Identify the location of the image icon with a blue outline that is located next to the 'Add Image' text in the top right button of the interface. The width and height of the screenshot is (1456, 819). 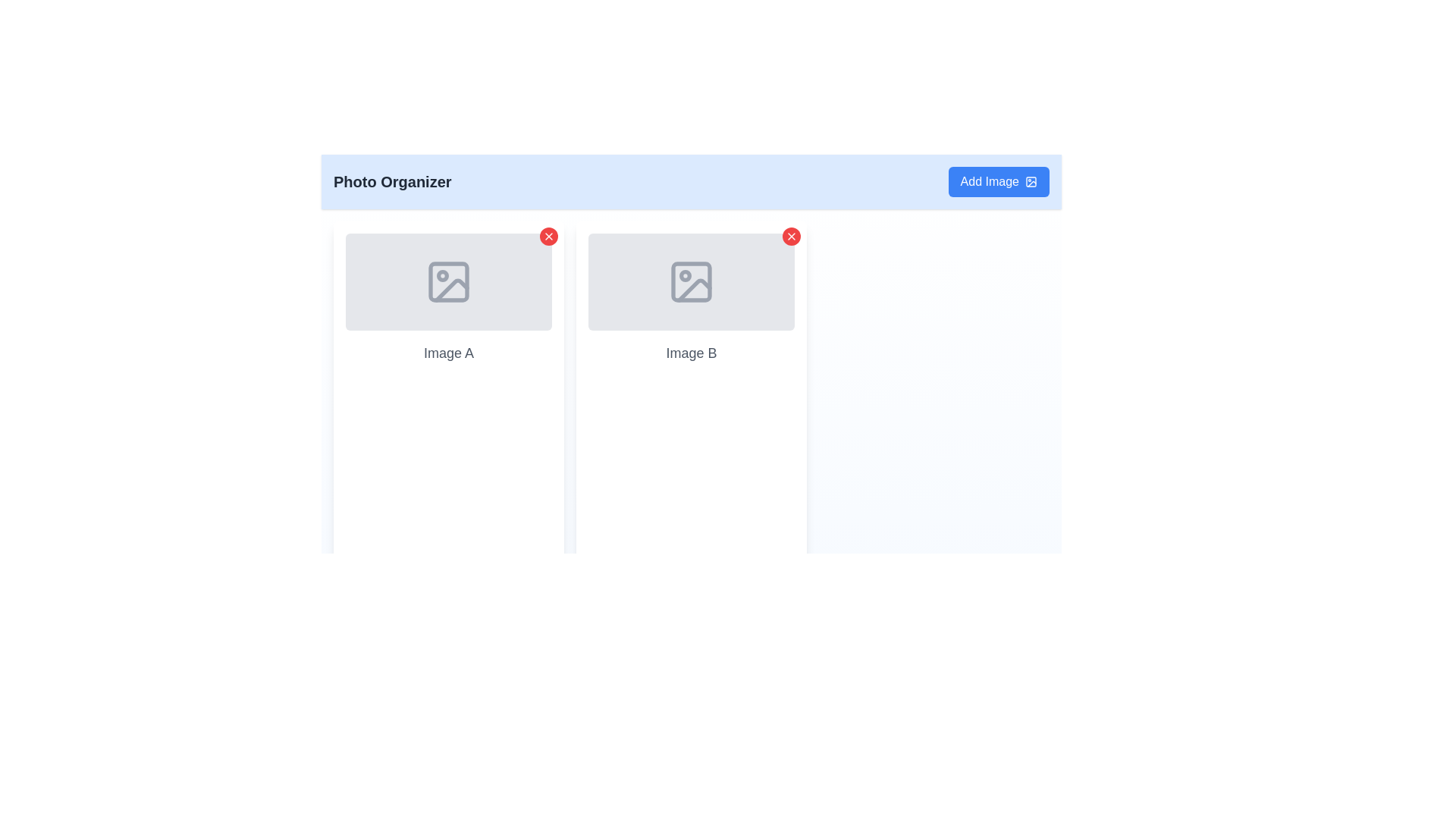
(1031, 180).